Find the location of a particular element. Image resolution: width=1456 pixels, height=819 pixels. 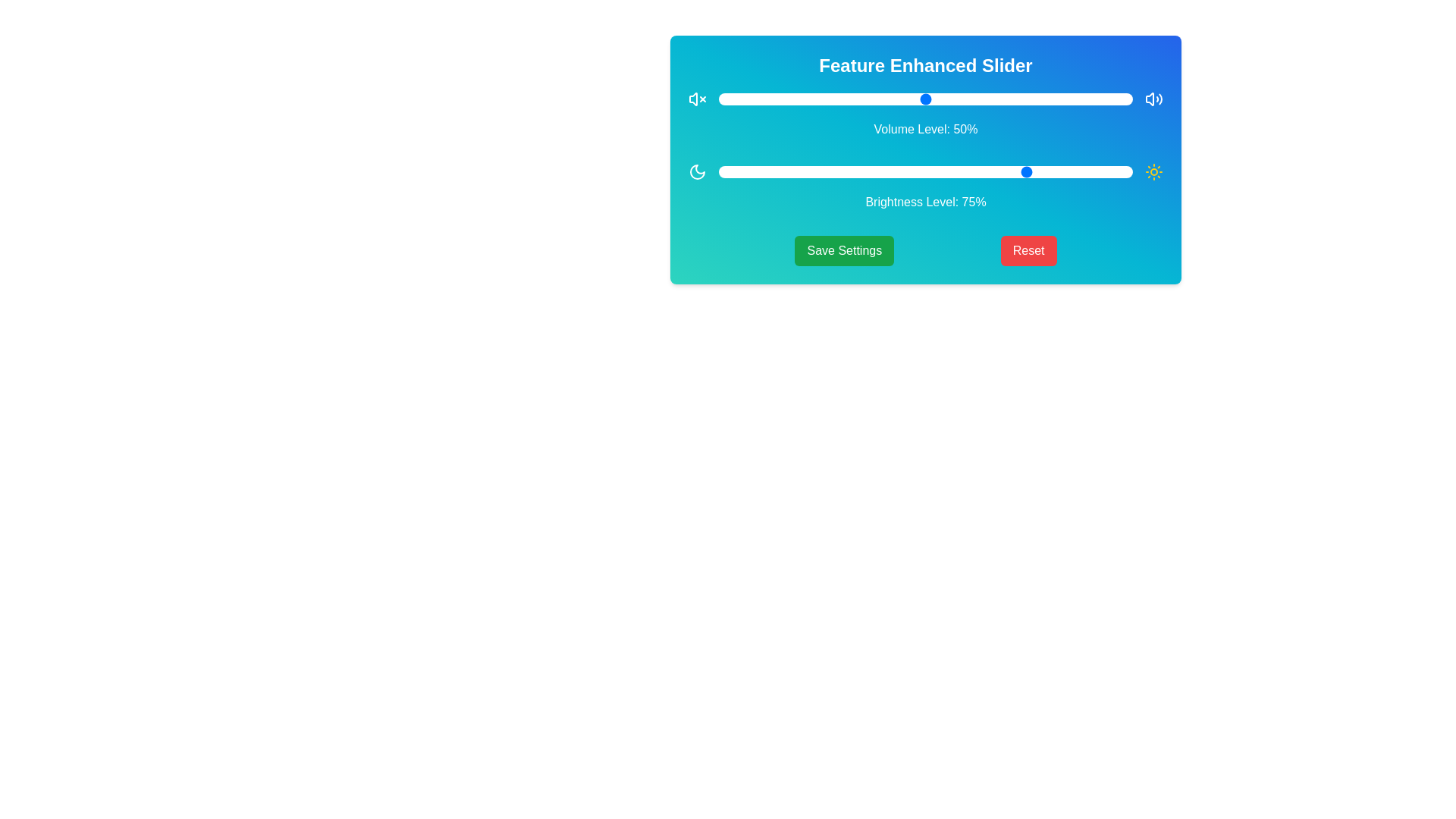

brightness is located at coordinates (789, 171).